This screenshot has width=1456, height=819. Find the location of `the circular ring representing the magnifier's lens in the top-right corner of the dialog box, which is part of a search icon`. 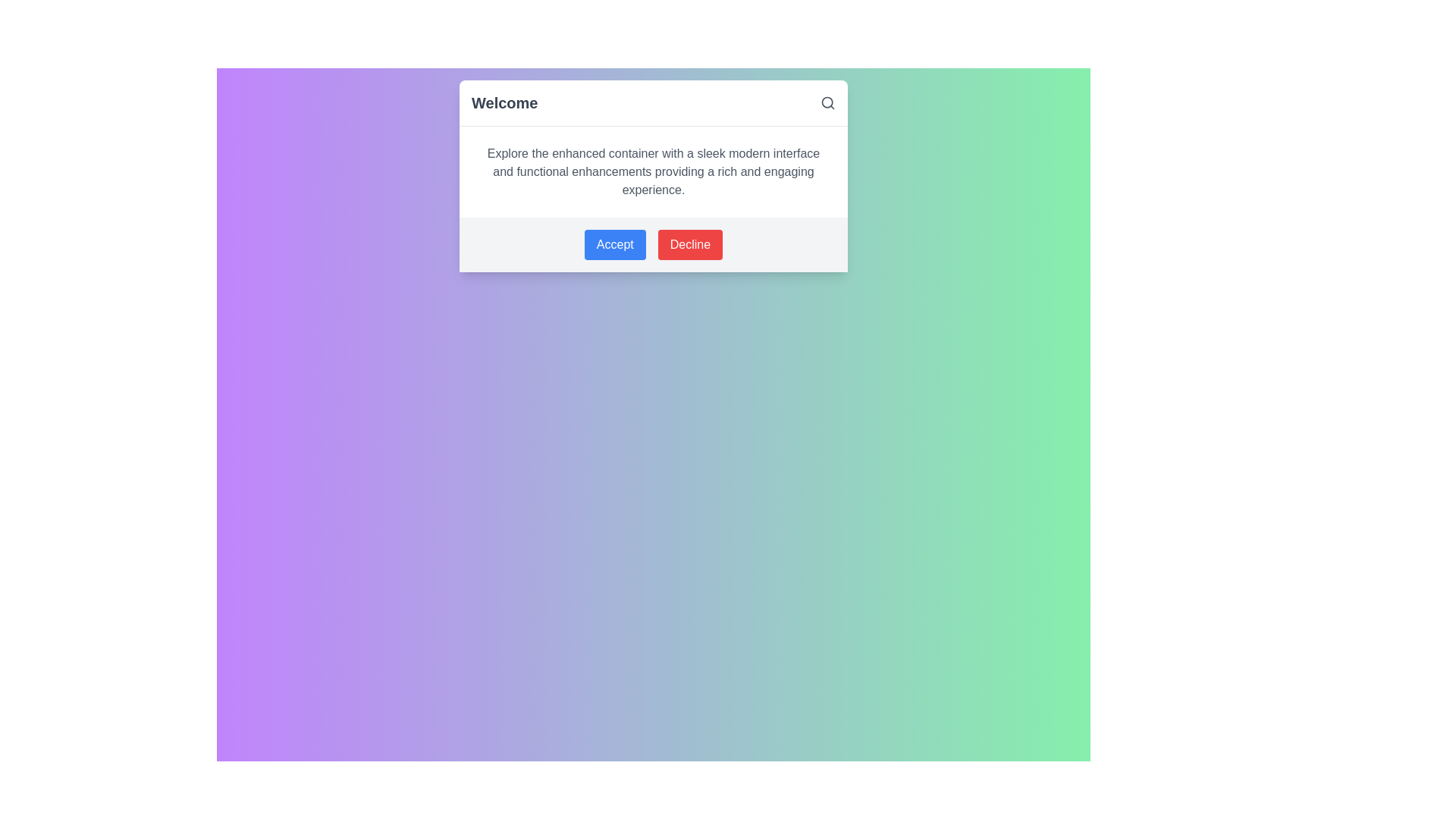

the circular ring representing the magnifier's lens in the top-right corner of the dialog box, which is part of a search icon is located at coordinates (827, 102).